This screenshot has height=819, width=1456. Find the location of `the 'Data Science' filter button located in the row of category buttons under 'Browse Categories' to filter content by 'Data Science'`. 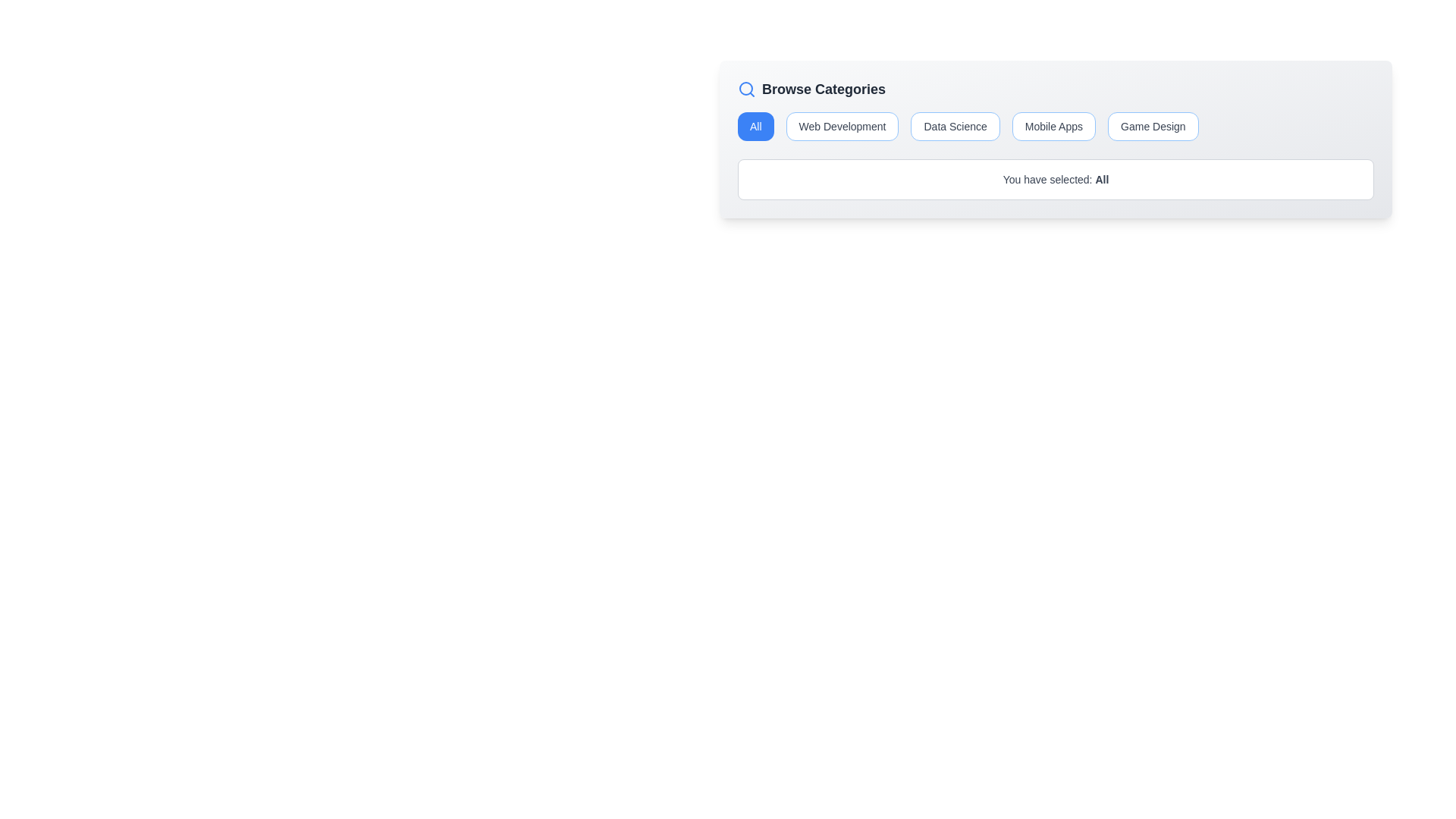

the 'Data Science' filter button located in the row of category buttons under 'Browse Categories' to filter content by 'Data Science' is located at coordinates (954, 125).